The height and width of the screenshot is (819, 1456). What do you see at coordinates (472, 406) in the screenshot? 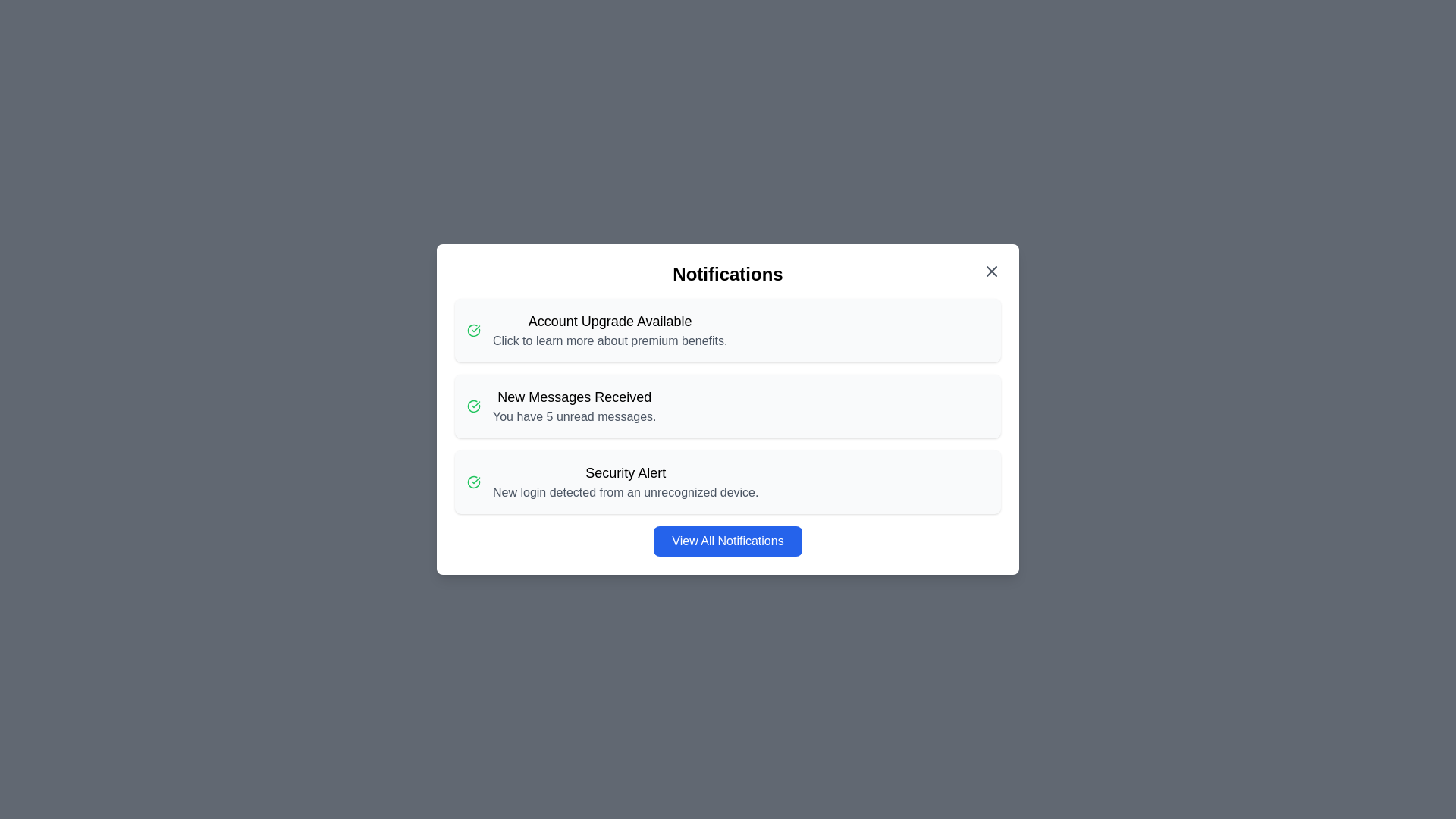
I see `the green circular checkmark icon located in the leftmost part of the 'New Messages Received' notification in the notification pane` at bounding box center [472, 406].